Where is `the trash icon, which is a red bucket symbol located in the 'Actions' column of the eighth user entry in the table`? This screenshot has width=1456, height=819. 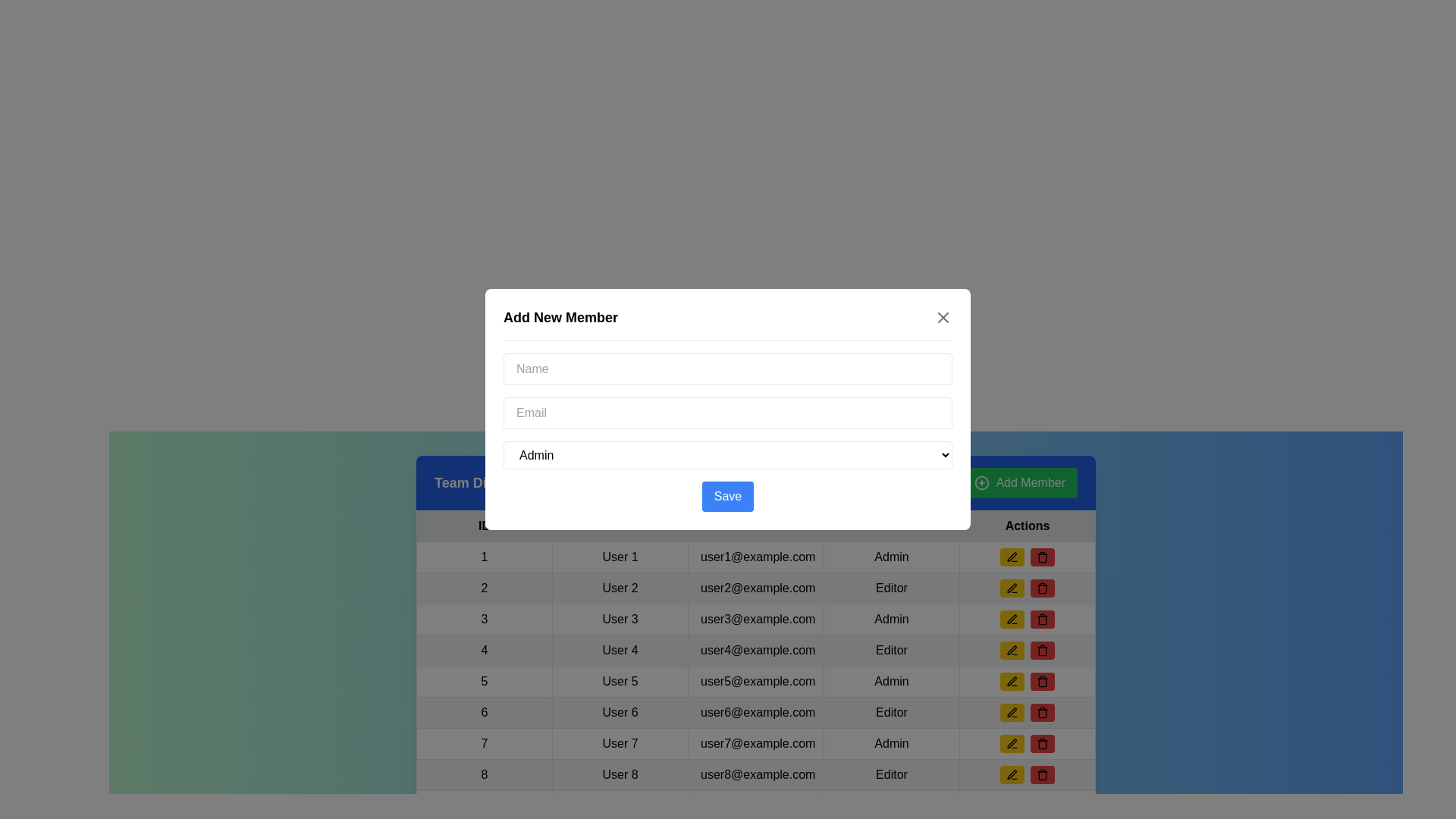 the trash icon, which is a red bucket symbol located in the 'Actions' column of the eighth user entry in the table is located at coordinates (1041, 651).